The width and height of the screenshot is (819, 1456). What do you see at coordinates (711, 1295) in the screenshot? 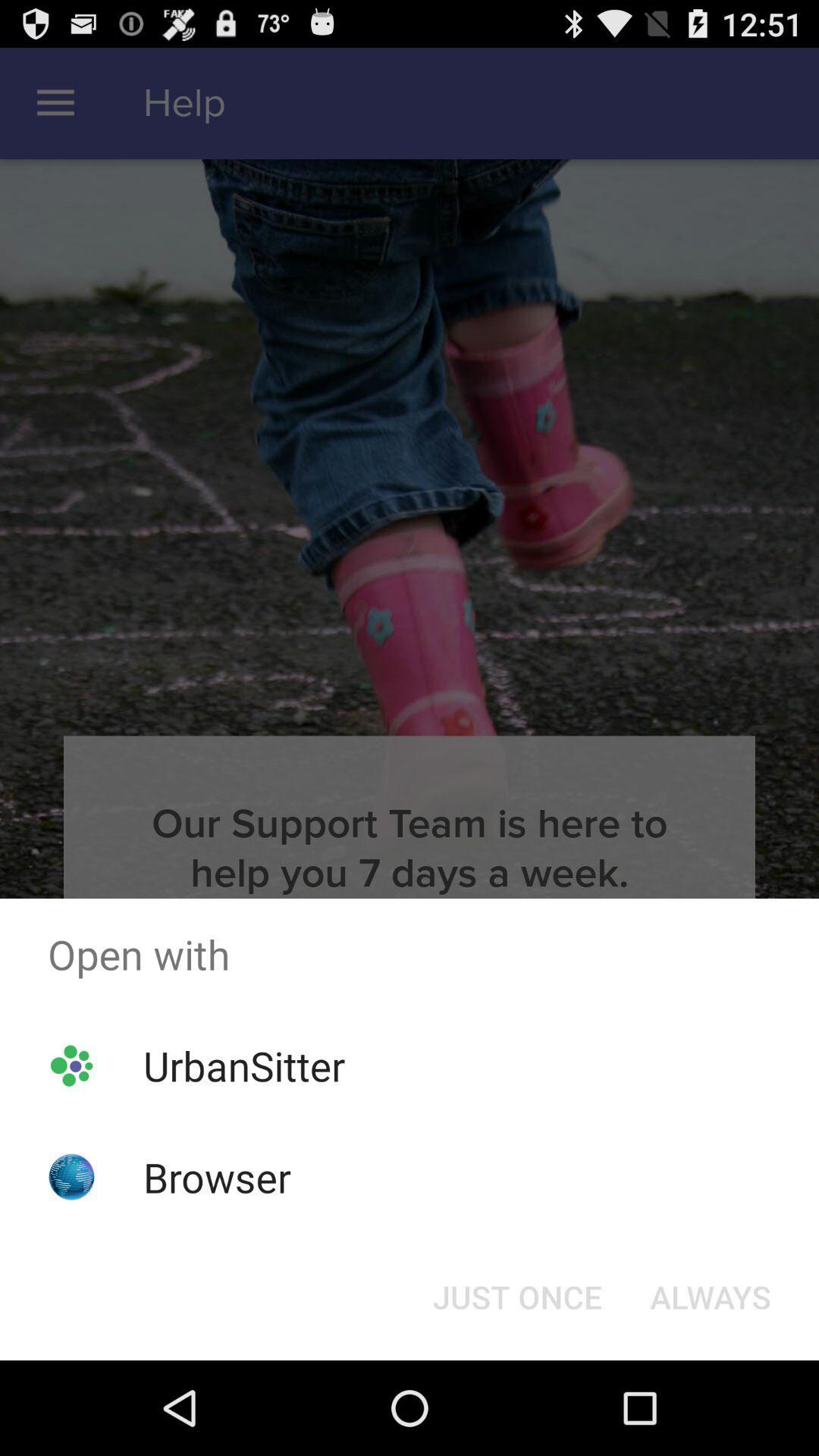
I see `always` at bounding box center [711, 1295].